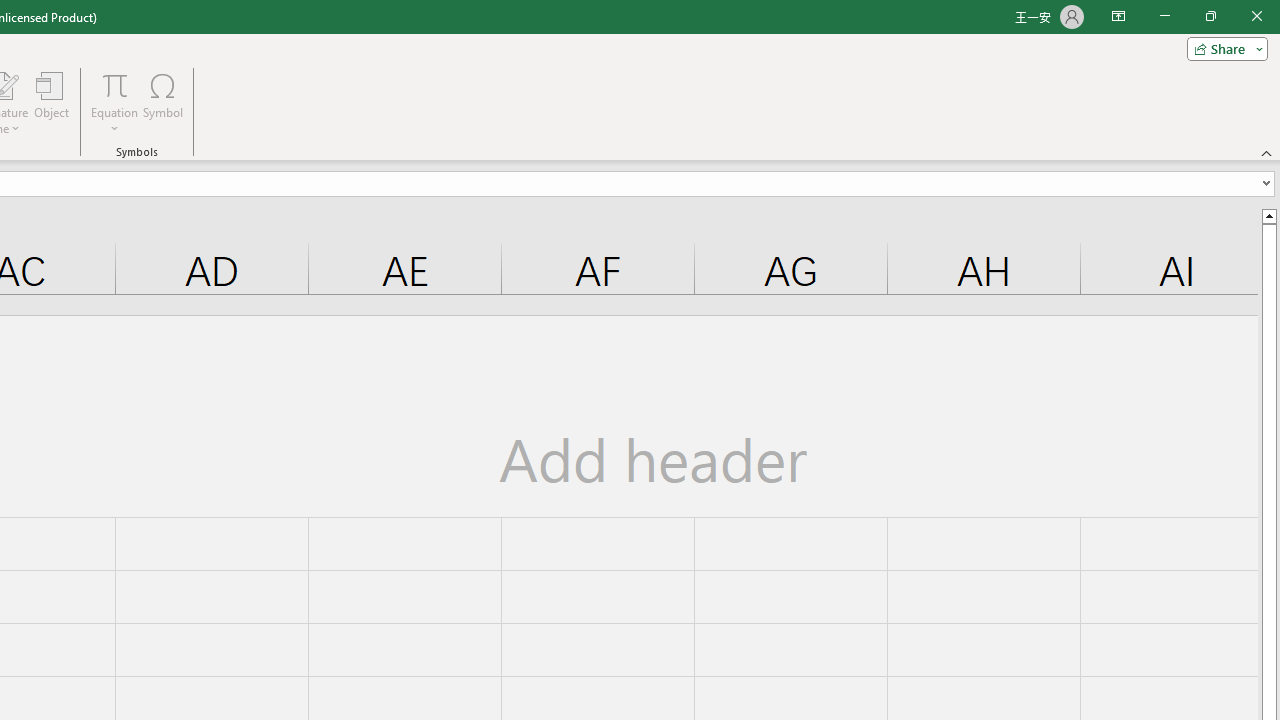 Image resolution: width=1280 pixels, height=720 pixels. I want to click on 'Object...', so click(51, 103).